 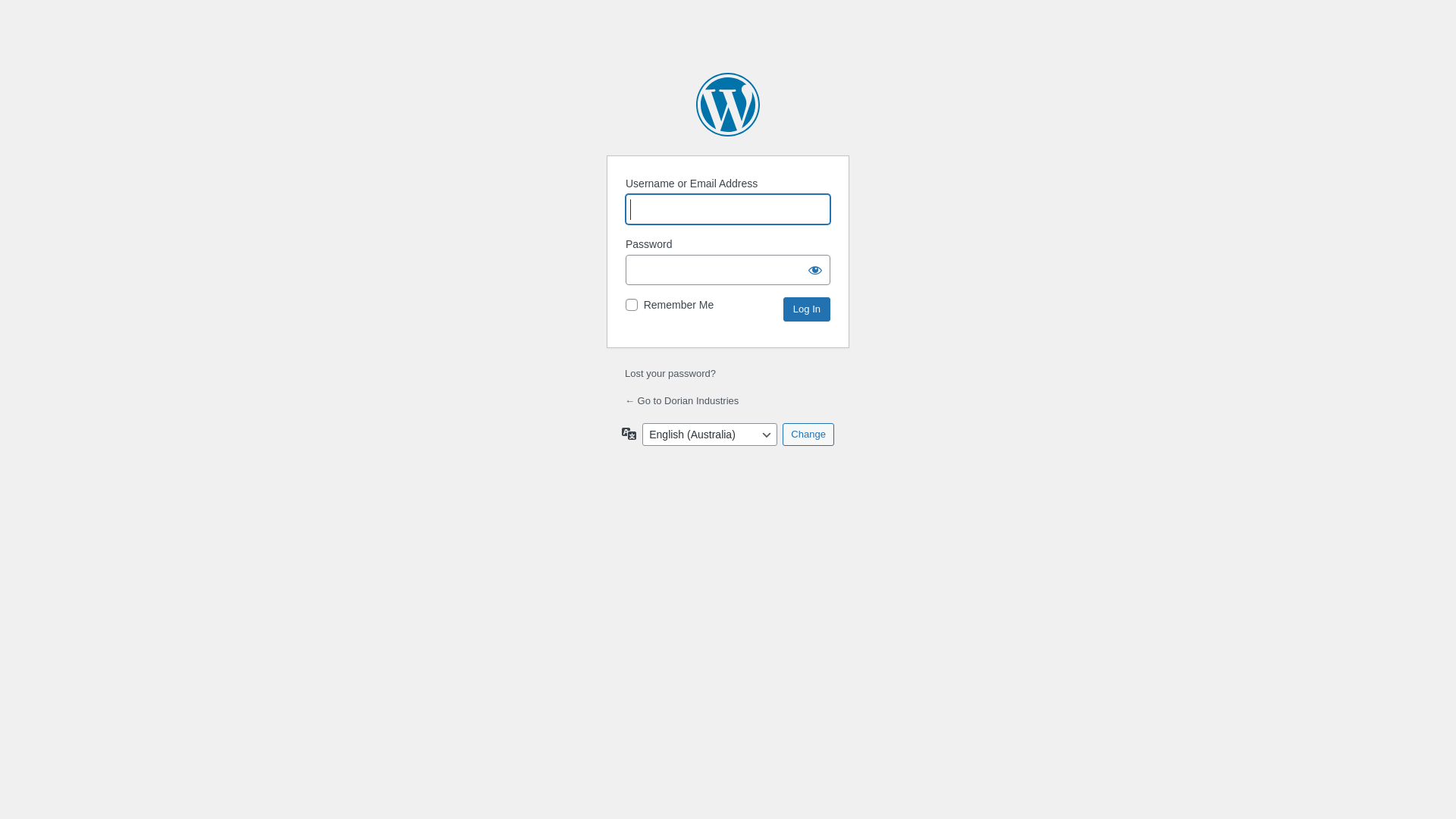 I want to click on 'Powered by WordPress', so click(x=728, y=104).